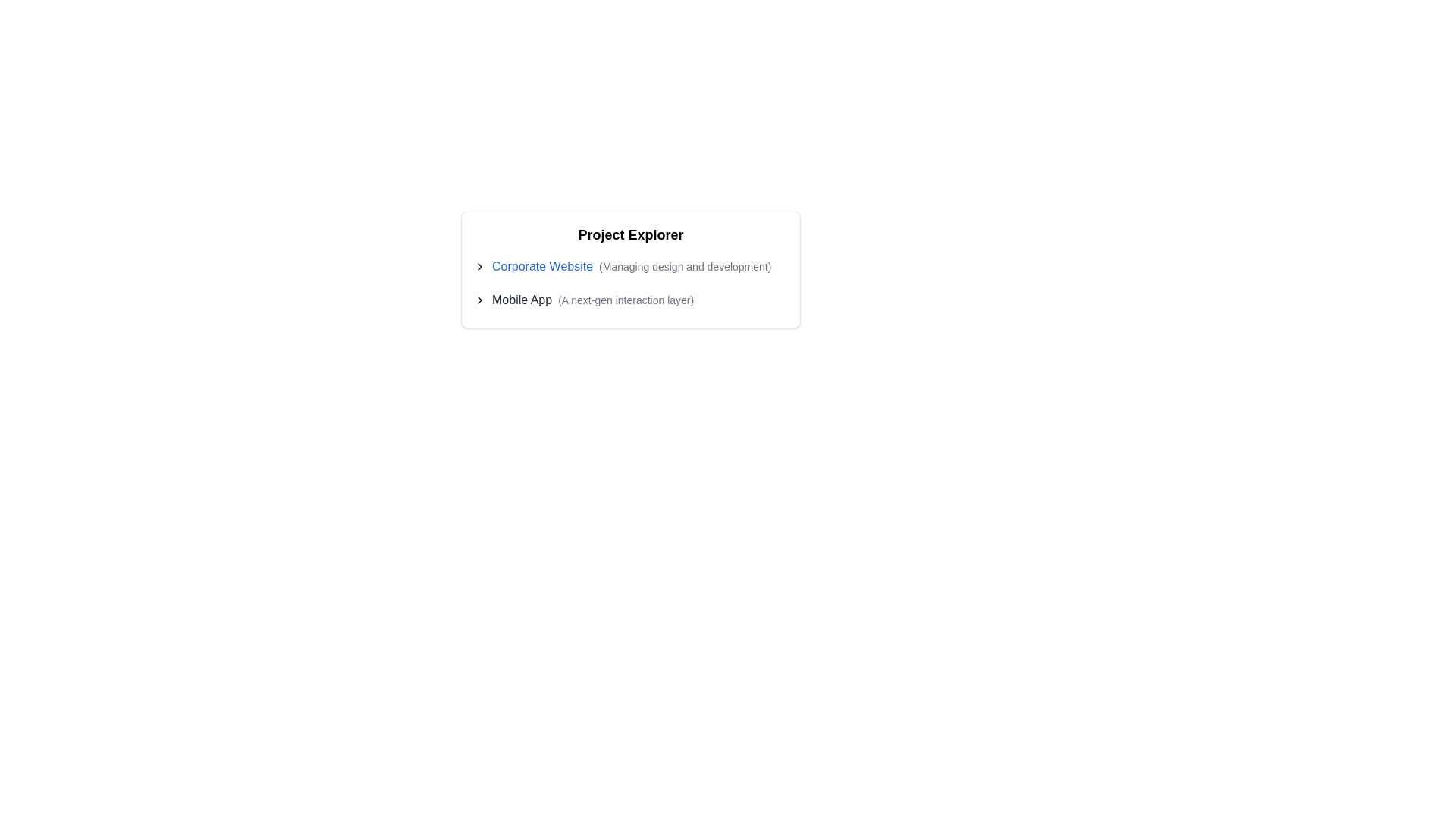 The height and width of the screenshot is (819, 1456). I want to click on the Text Label that serves as the title of the card component, located at the top area of the card layout above project entries, so click(630, 237).